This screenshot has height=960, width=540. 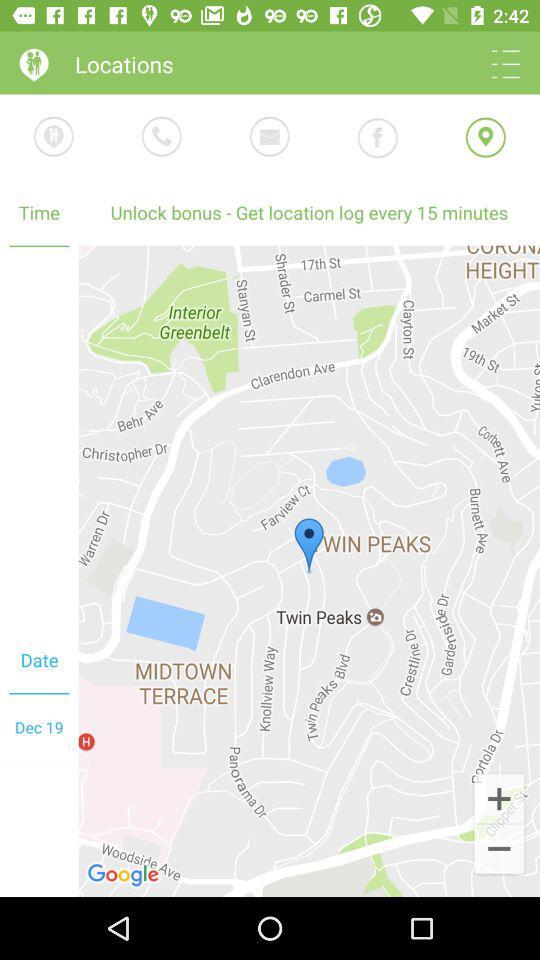 What do you see at coordinates (498, 798) in the screenshot?
I see `the  symbol` at bounding box center [498, 798].